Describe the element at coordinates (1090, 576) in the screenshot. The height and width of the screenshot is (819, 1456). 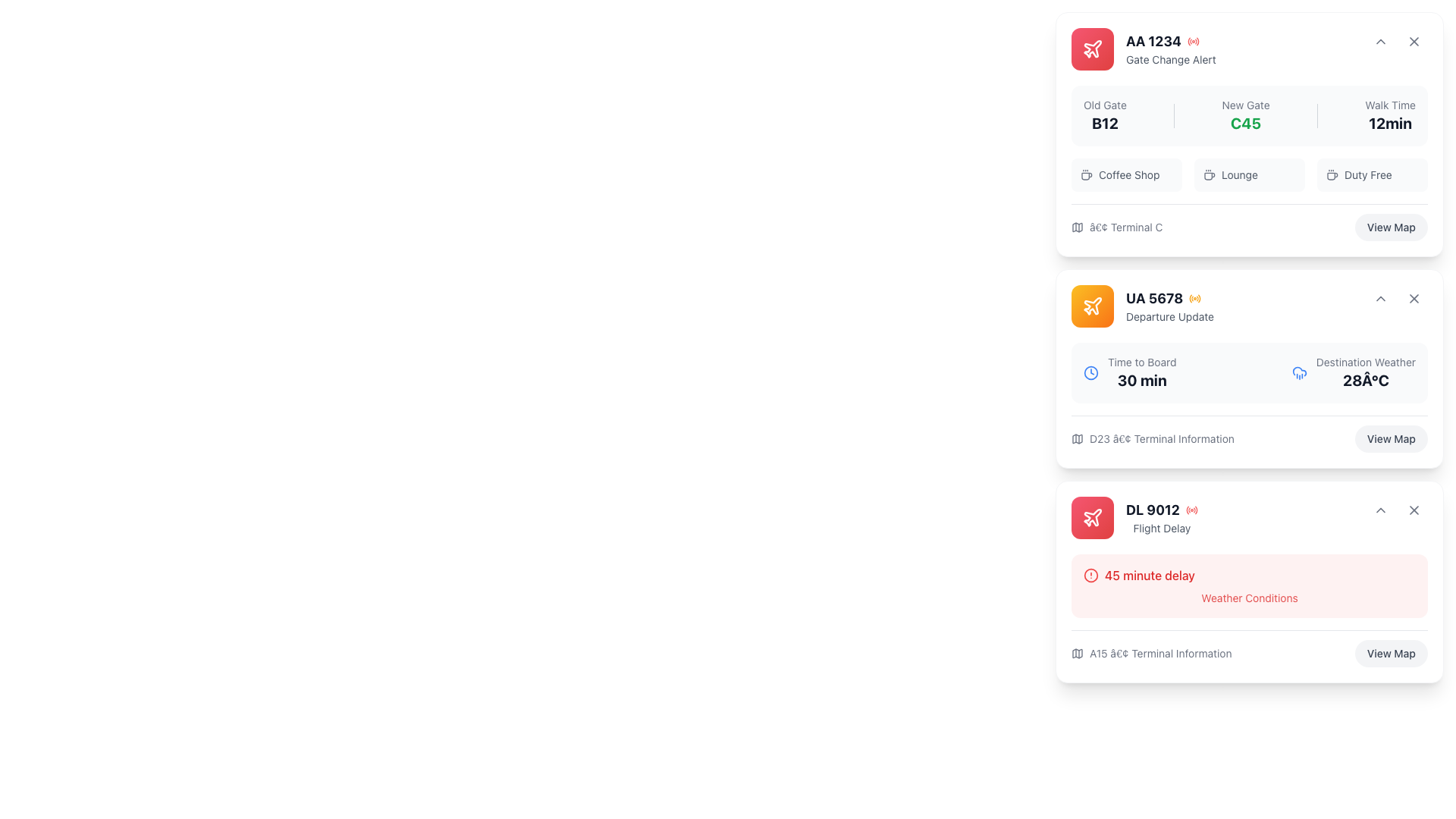
I see `the circular SVG element with a prominent red stroke, part of the alert icon in the 'DL 9012 Flight Delay' card, located left of the '45 minute delay' text` at that location.